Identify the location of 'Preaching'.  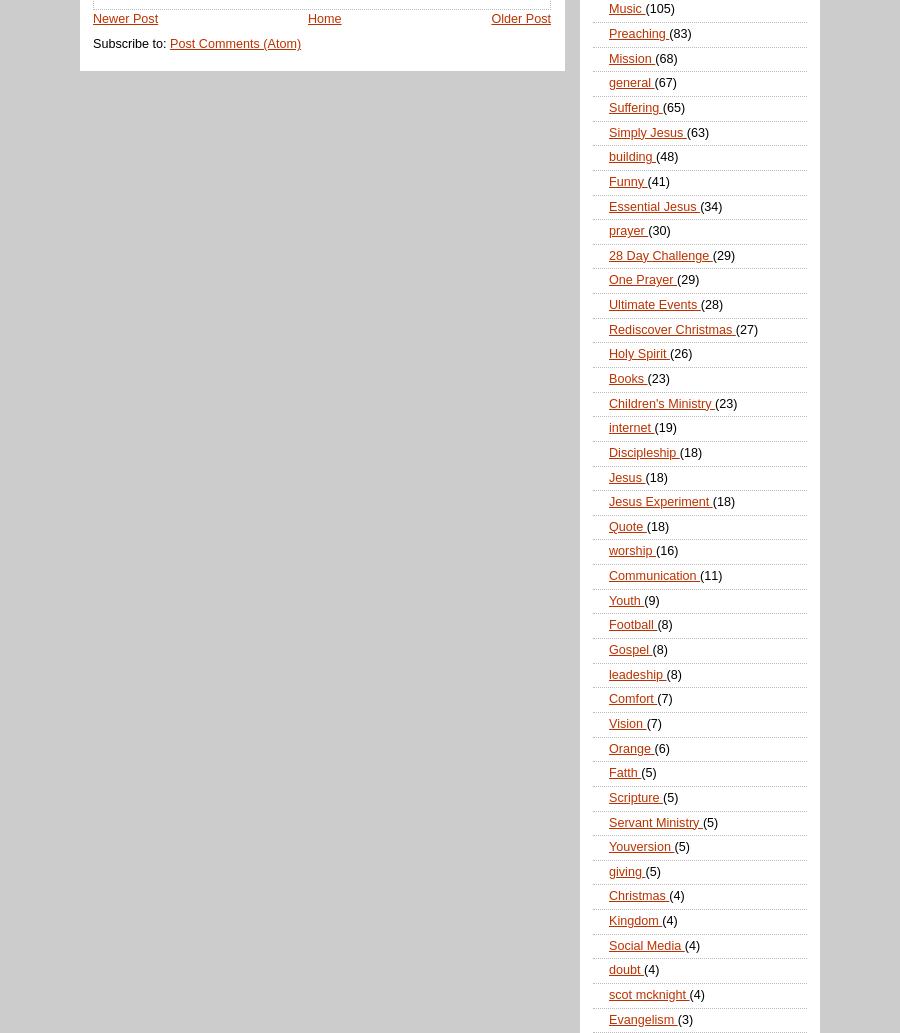
(639, 33).